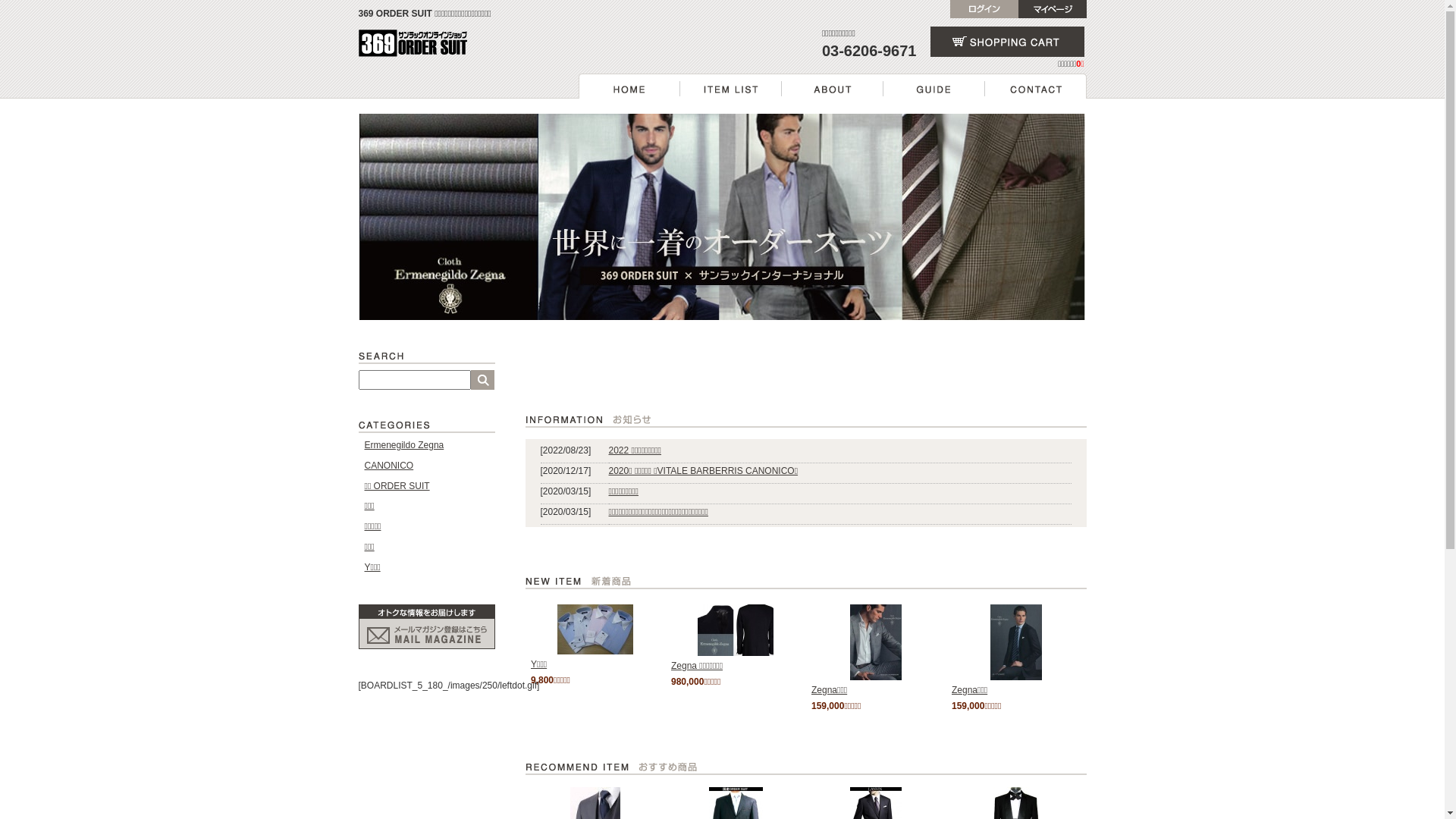  I want to click on 'CANONICO', so click(364, 464).